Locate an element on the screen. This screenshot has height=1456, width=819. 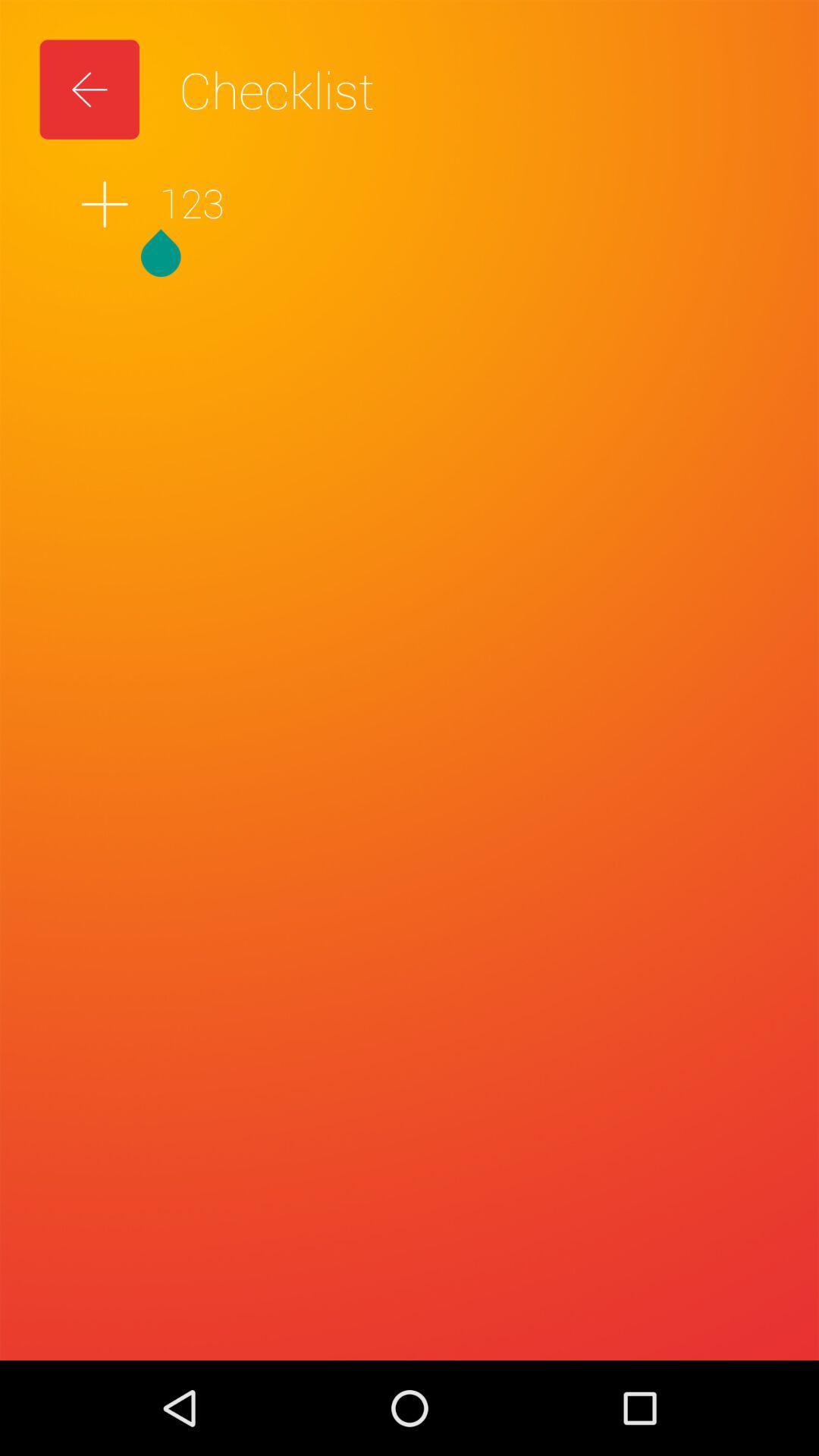
123 item is located at coordinates (409, 203).